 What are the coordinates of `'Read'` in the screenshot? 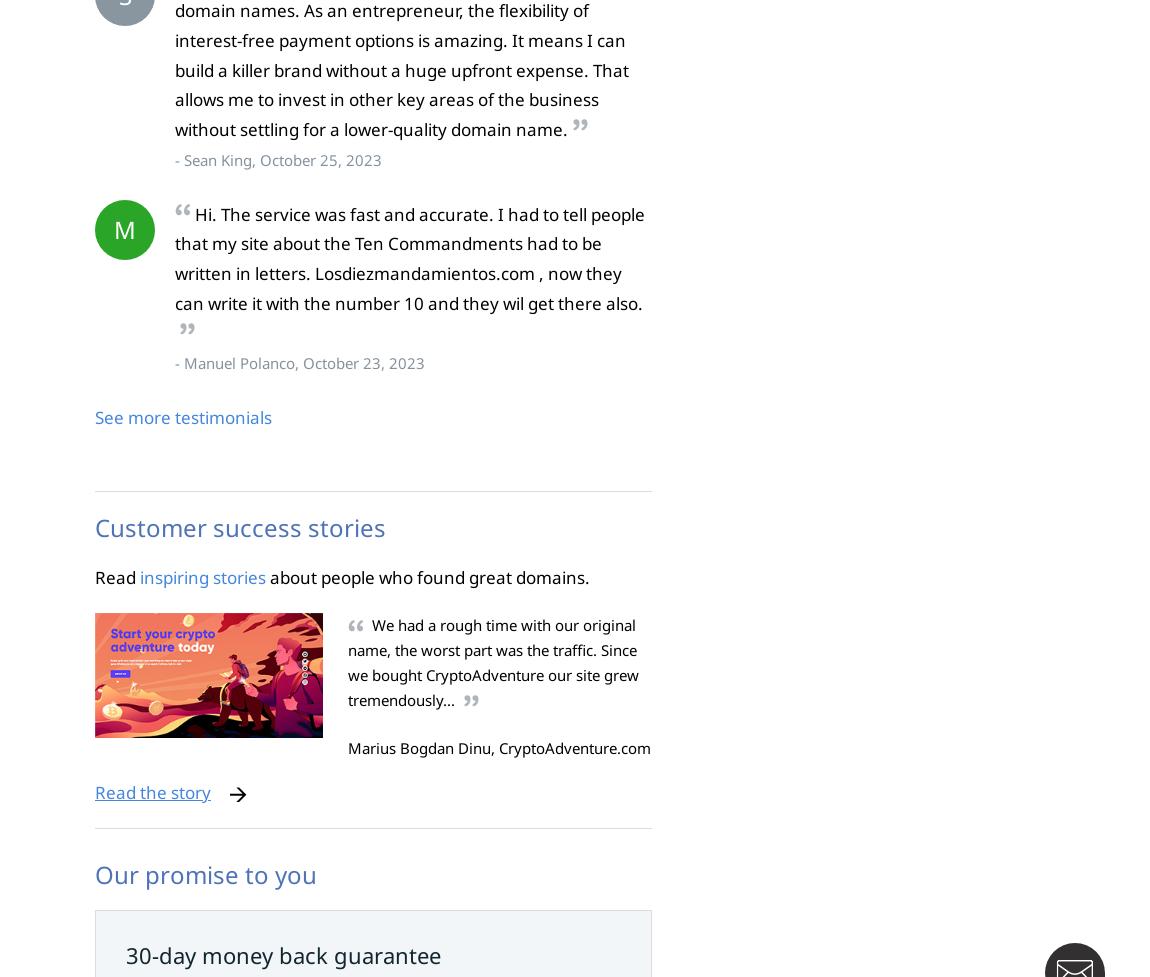 It's located at (116, 576).